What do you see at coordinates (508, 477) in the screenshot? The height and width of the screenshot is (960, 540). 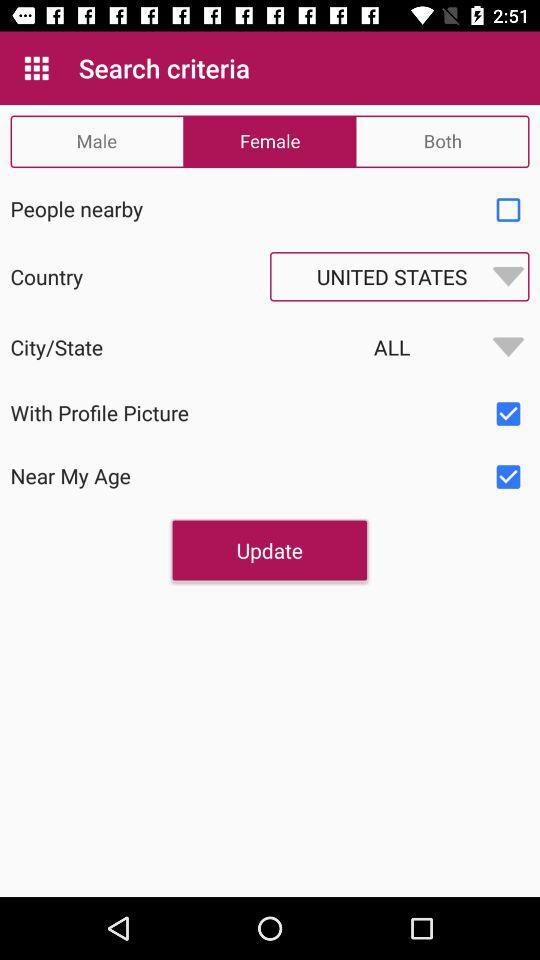 I see `near my age option` at bounding box center [508, 477].